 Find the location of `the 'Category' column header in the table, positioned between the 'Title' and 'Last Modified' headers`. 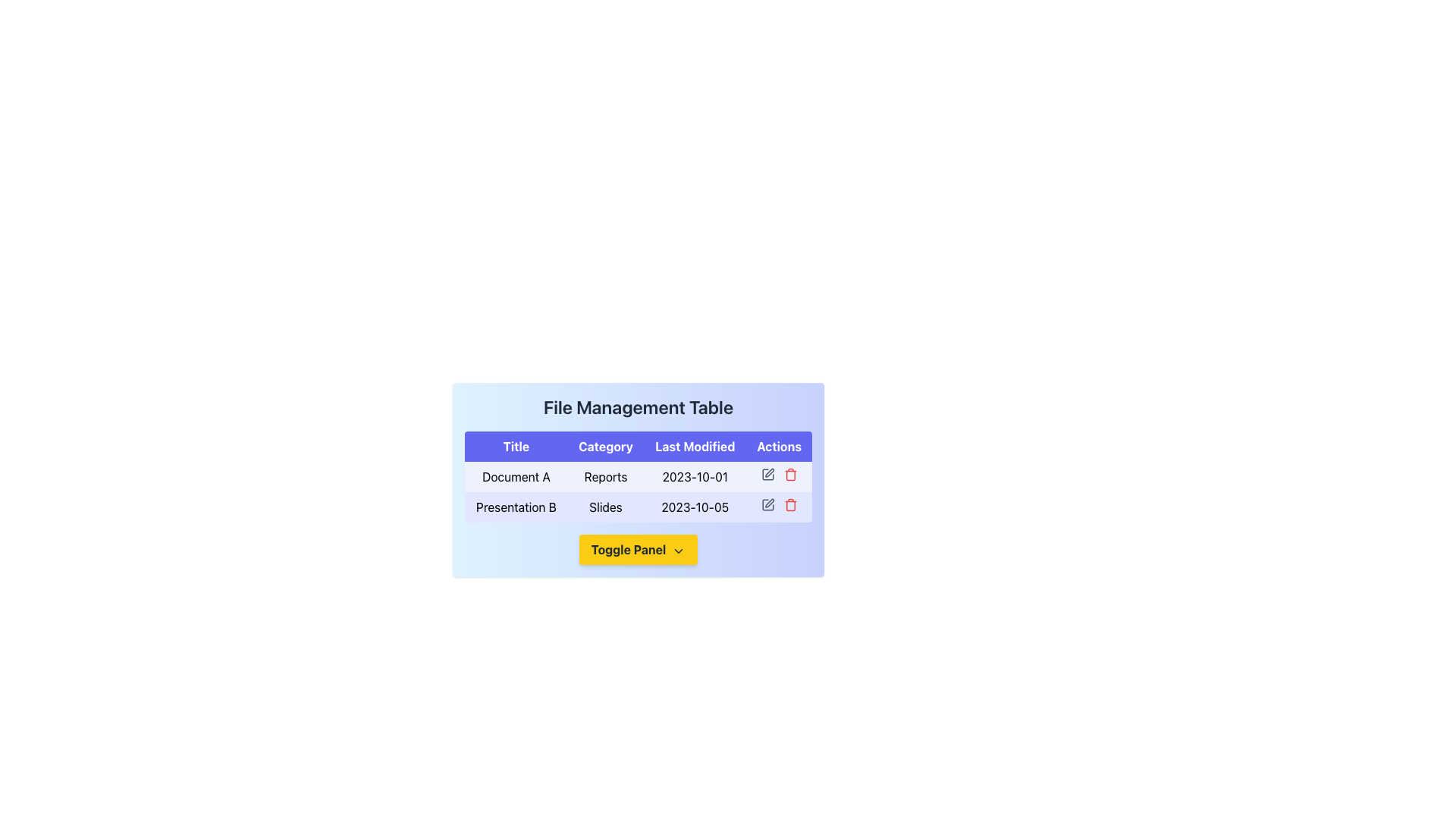

the 'Category' column header in the table, positioned between the 'Title' and 'Last Modified' headers is located at coordinates (605, 446).